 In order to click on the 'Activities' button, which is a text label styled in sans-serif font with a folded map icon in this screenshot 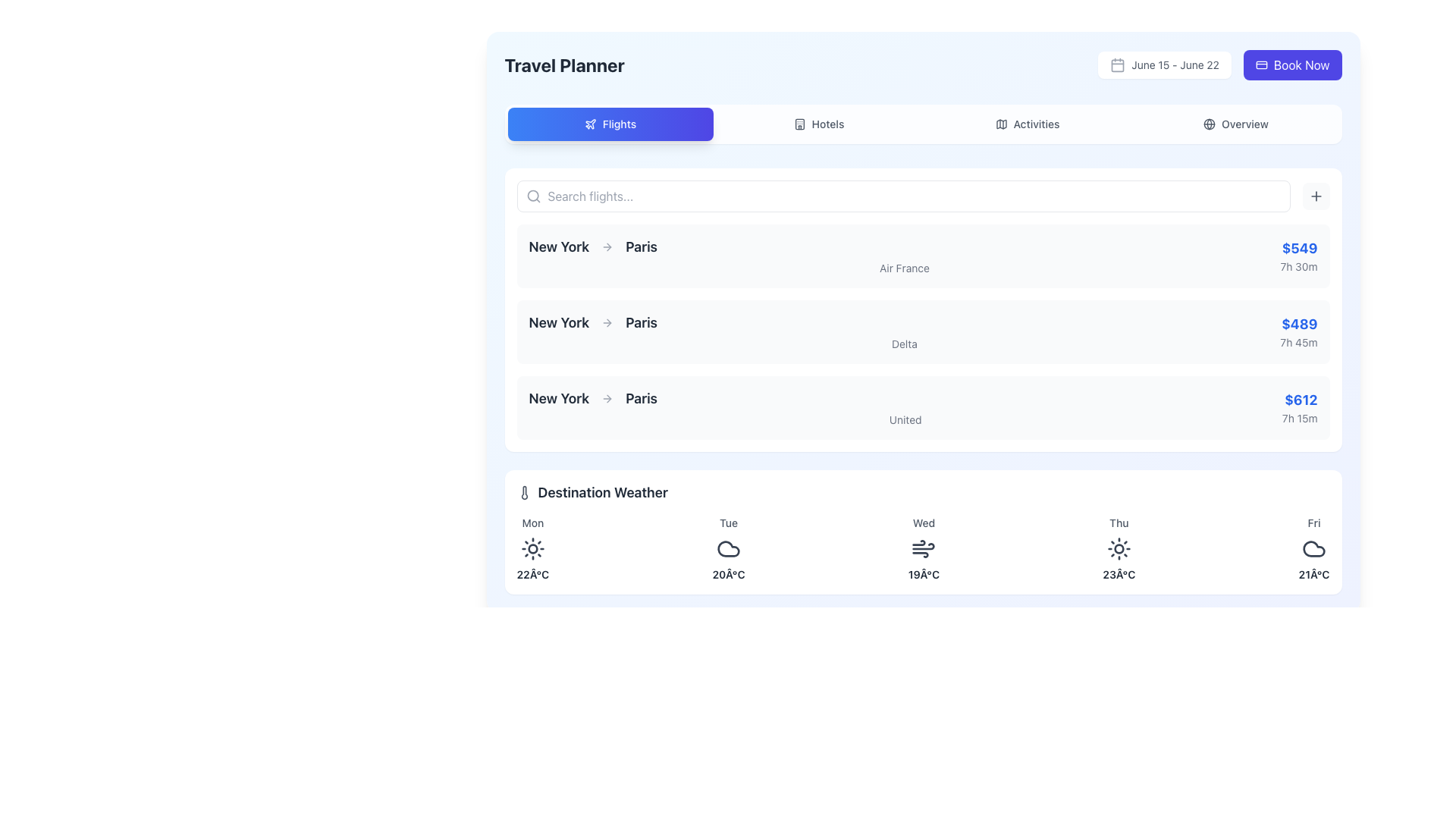, I will do `click(1027, 124)`.